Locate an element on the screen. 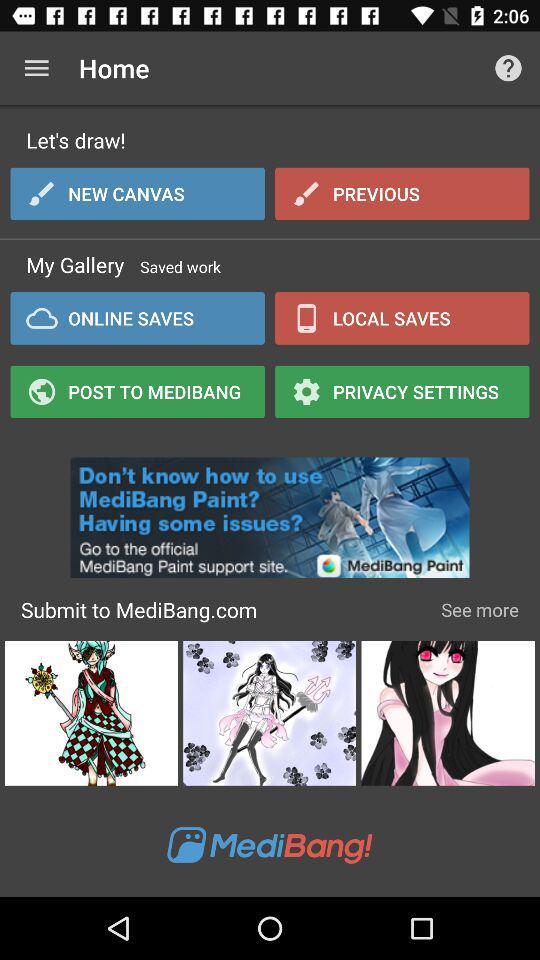 This screenshot has width=540, height=960. drawing to submit is located at coordinates (448, 713).